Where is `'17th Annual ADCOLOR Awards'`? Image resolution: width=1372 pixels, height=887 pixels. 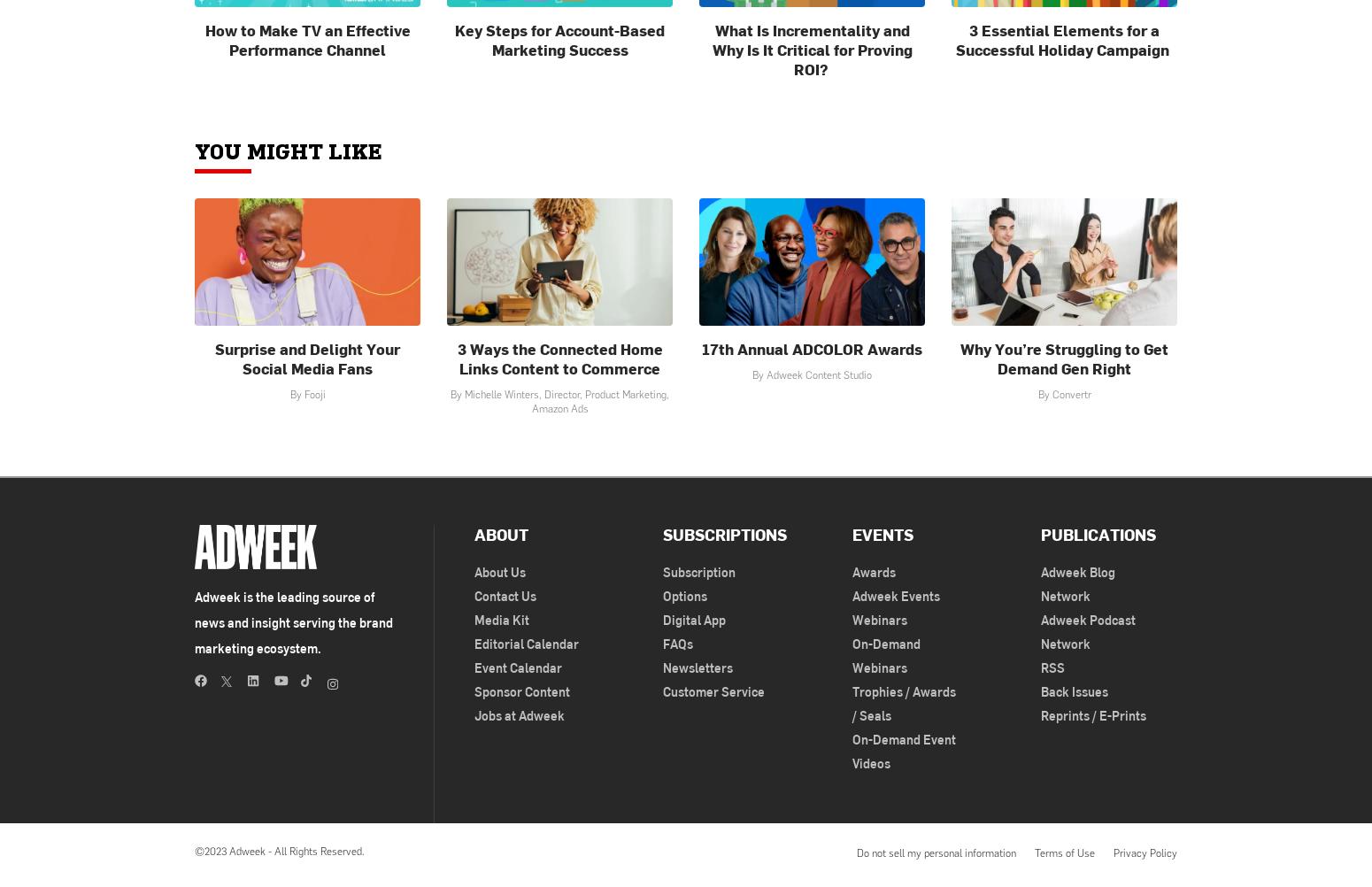 '17th Annual ADCOLOR Awards' is located at coordinates (700, 347).